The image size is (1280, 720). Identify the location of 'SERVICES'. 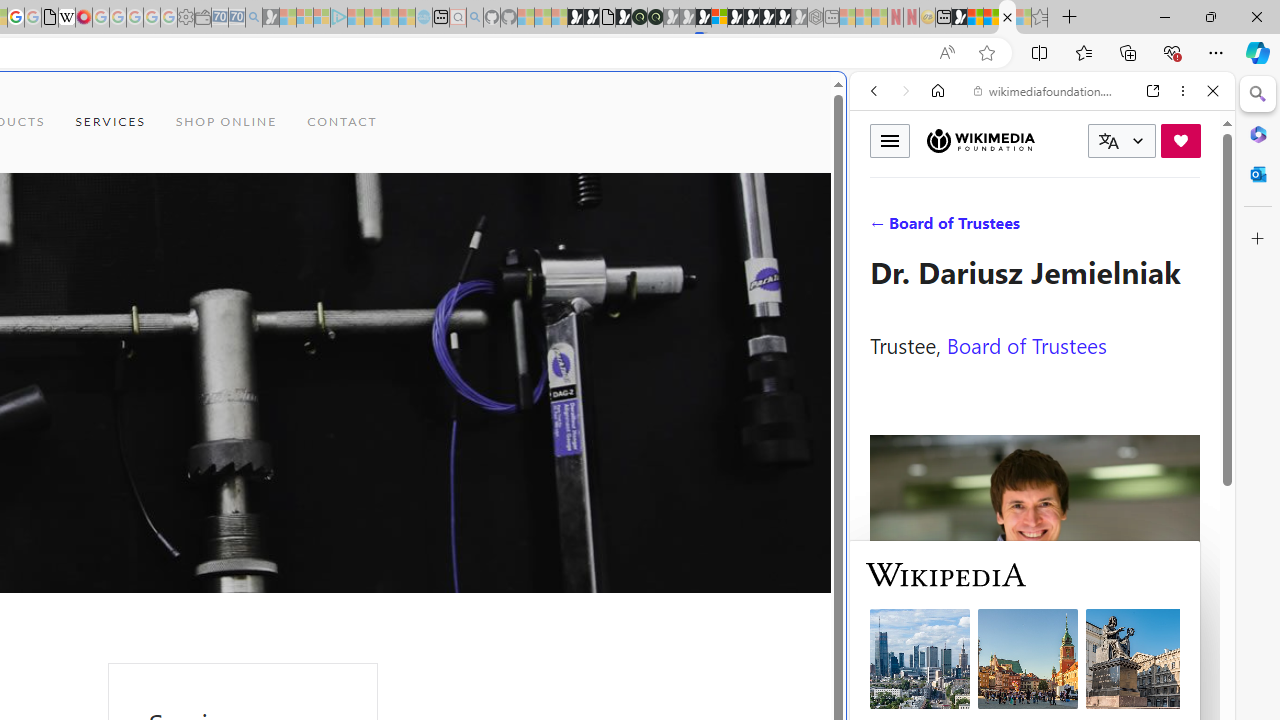
(109, 122).